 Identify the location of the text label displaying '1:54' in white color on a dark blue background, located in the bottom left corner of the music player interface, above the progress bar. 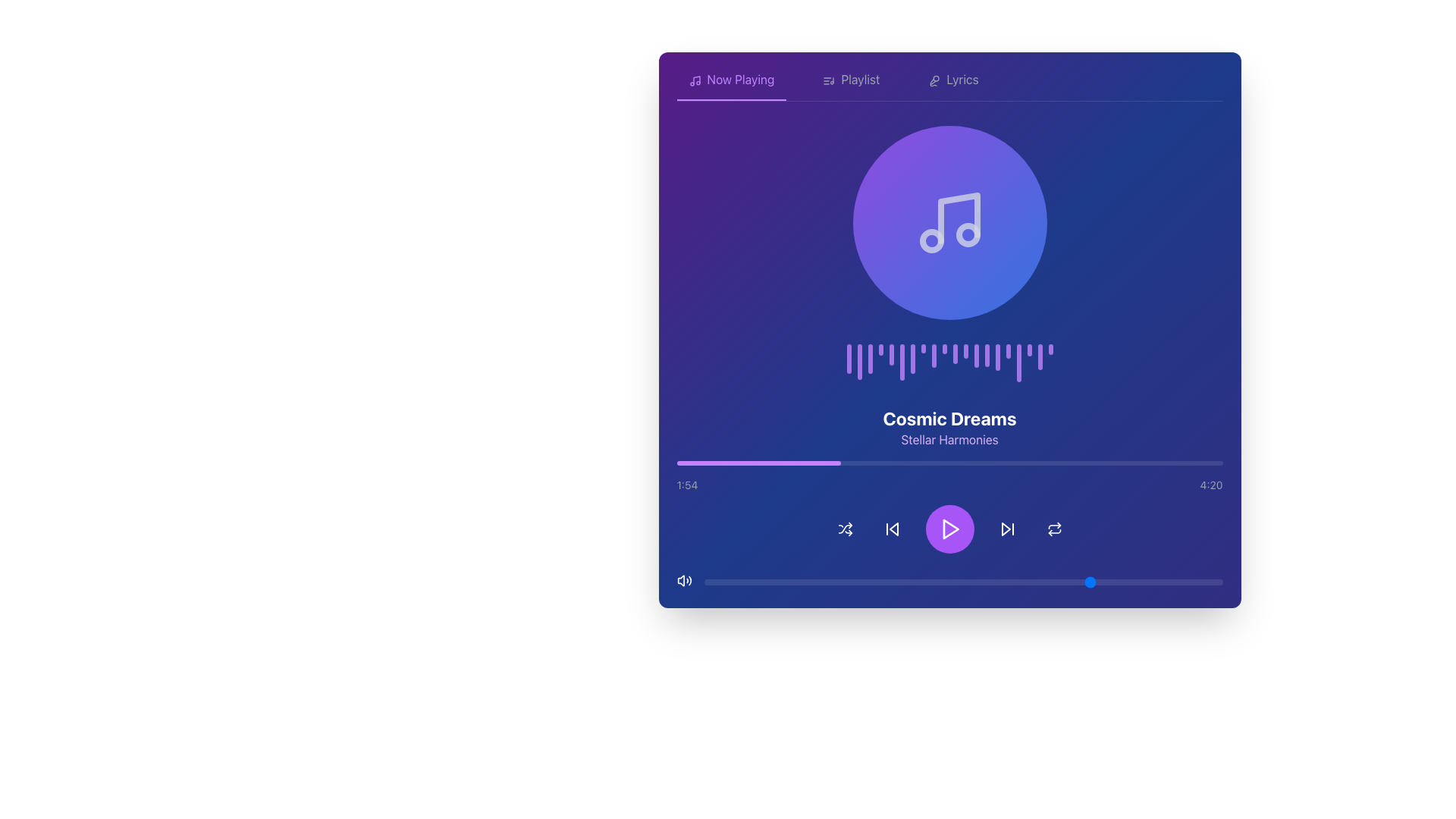
(686, 485).